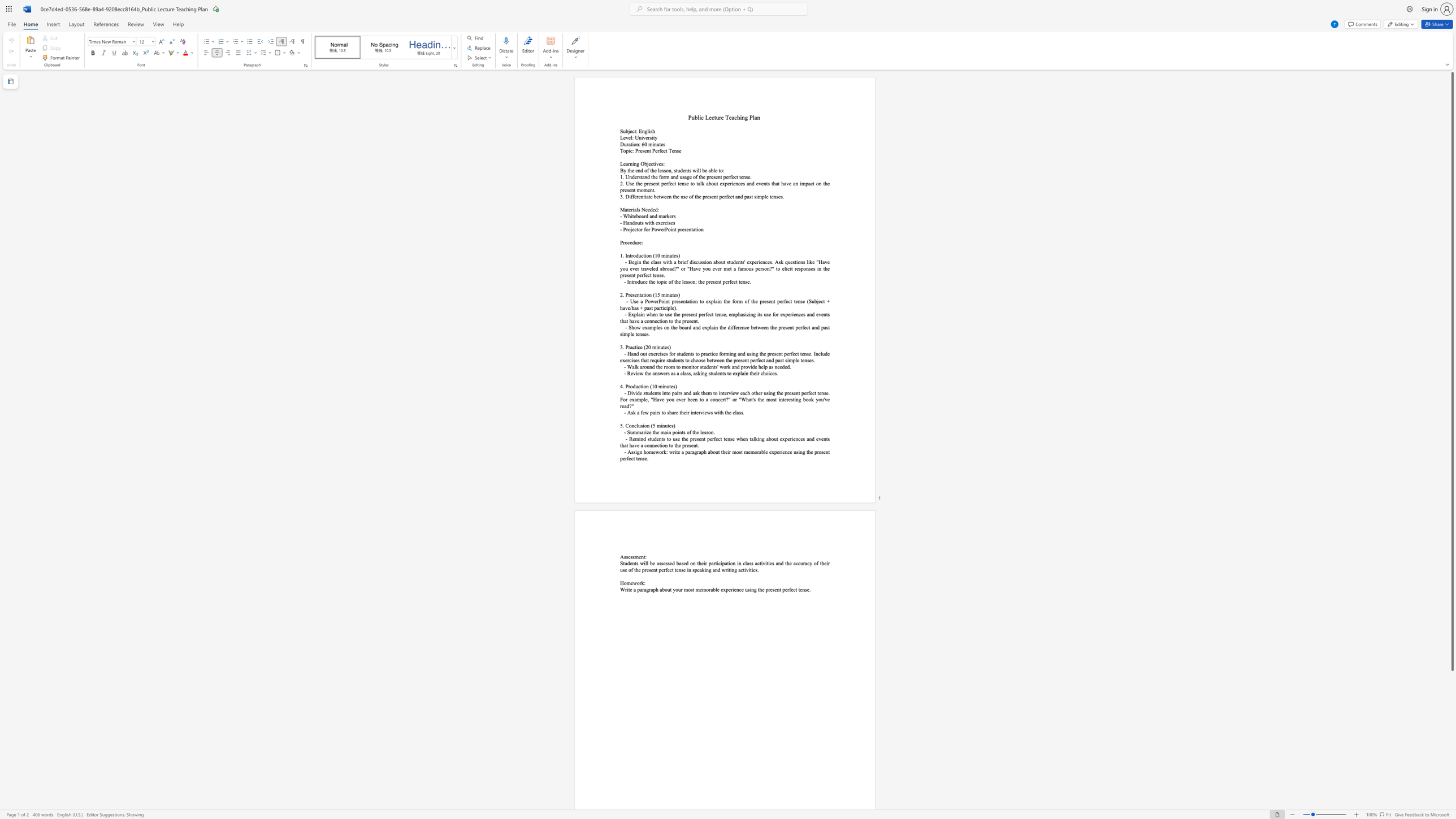  What do you see at coordinates (630, 432) in the screenshot?
I see `the subset text "ummarize the main p" within the text "- Summarize the main points of the lesson."` at bounding box center [630, 432].